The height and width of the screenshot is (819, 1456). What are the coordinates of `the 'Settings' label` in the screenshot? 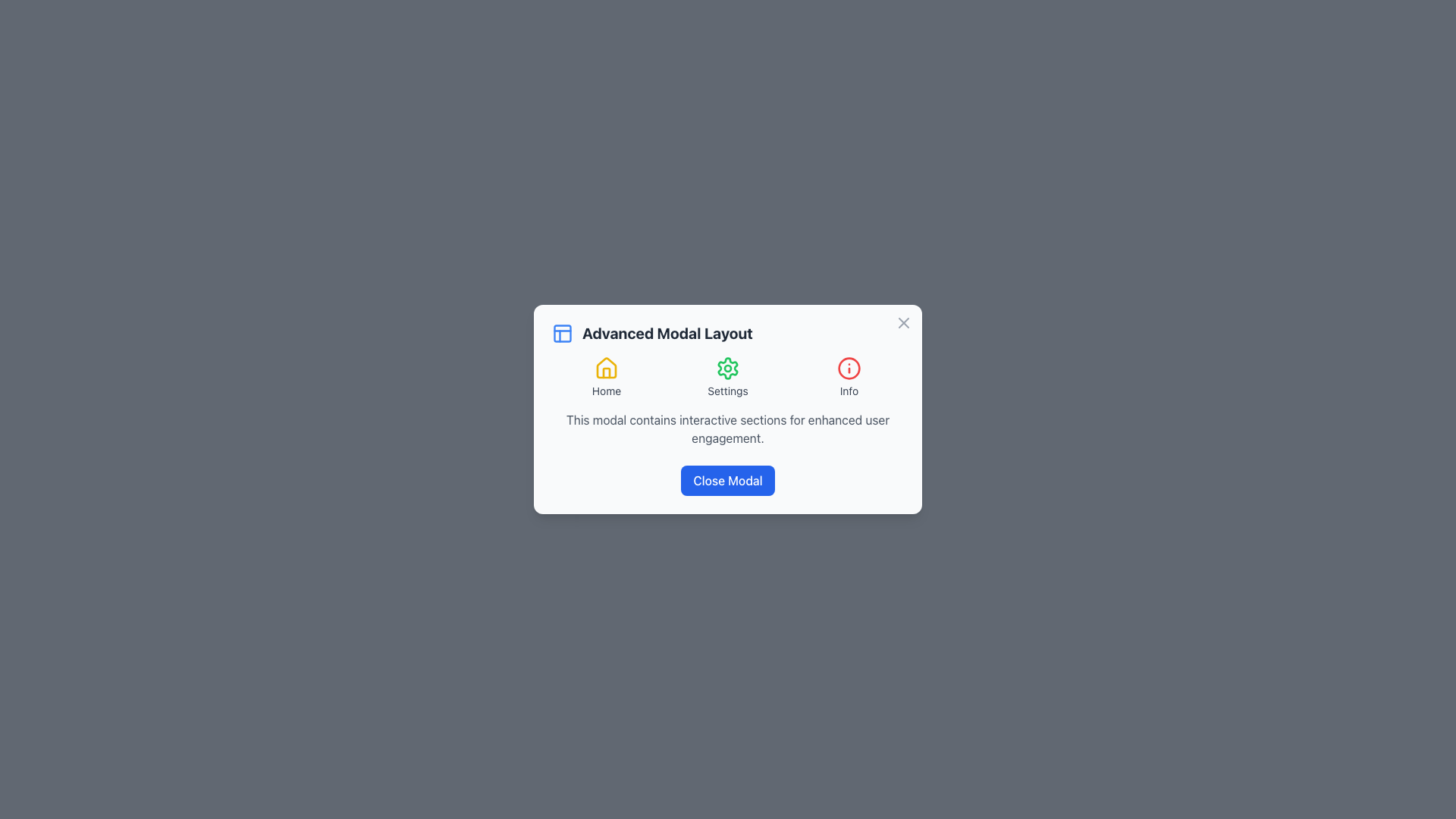 It's located at (728, 391).